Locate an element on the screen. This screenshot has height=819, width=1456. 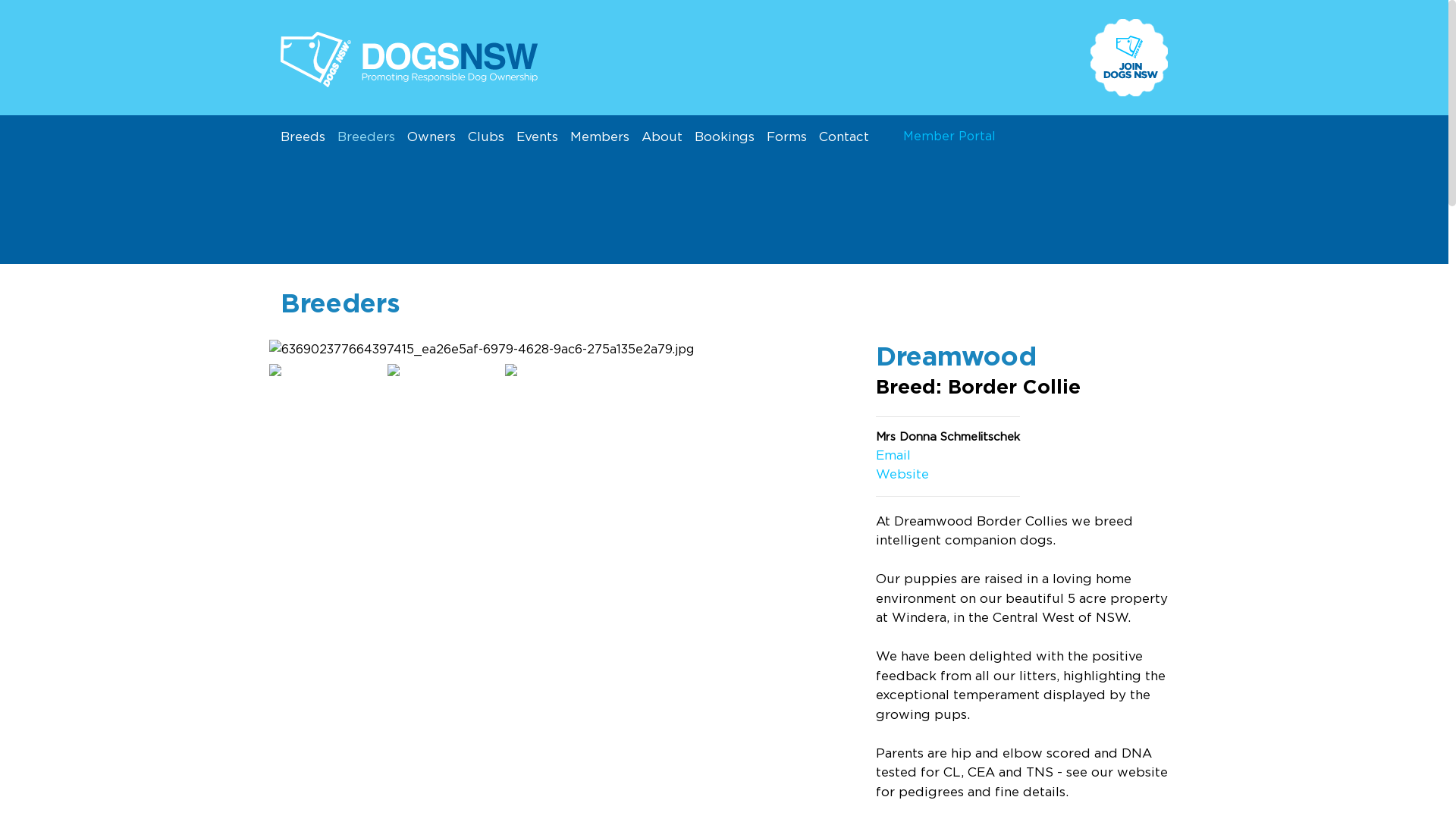
'Bookings' is located at coordinates (694, 137).